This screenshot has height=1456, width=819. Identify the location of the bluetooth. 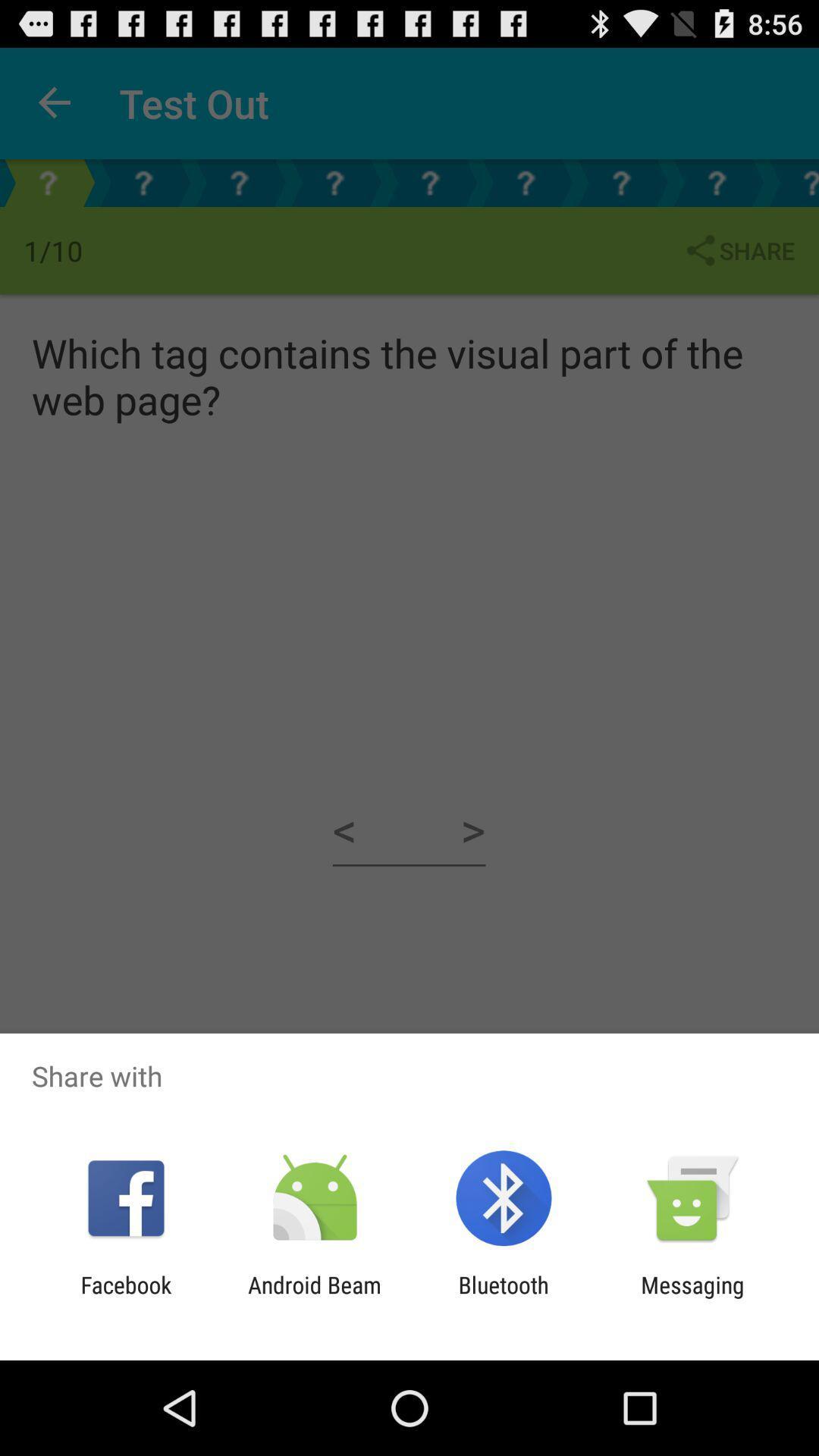
(504, 1298).